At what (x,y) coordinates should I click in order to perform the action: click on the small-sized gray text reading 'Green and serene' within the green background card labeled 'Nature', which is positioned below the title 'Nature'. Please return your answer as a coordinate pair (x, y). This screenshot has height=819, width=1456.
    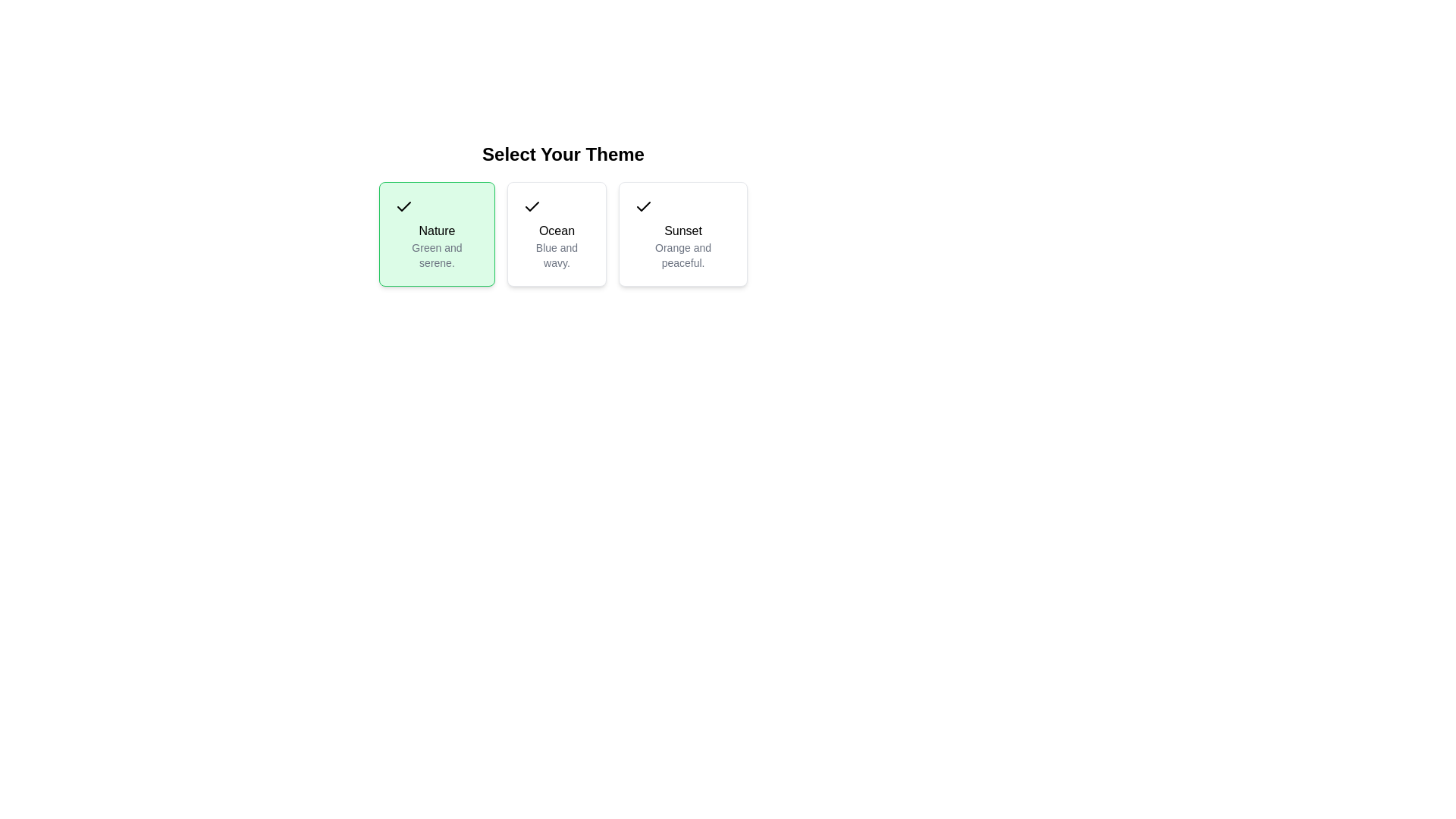
    Looking at the image, I should click on (436, 254).